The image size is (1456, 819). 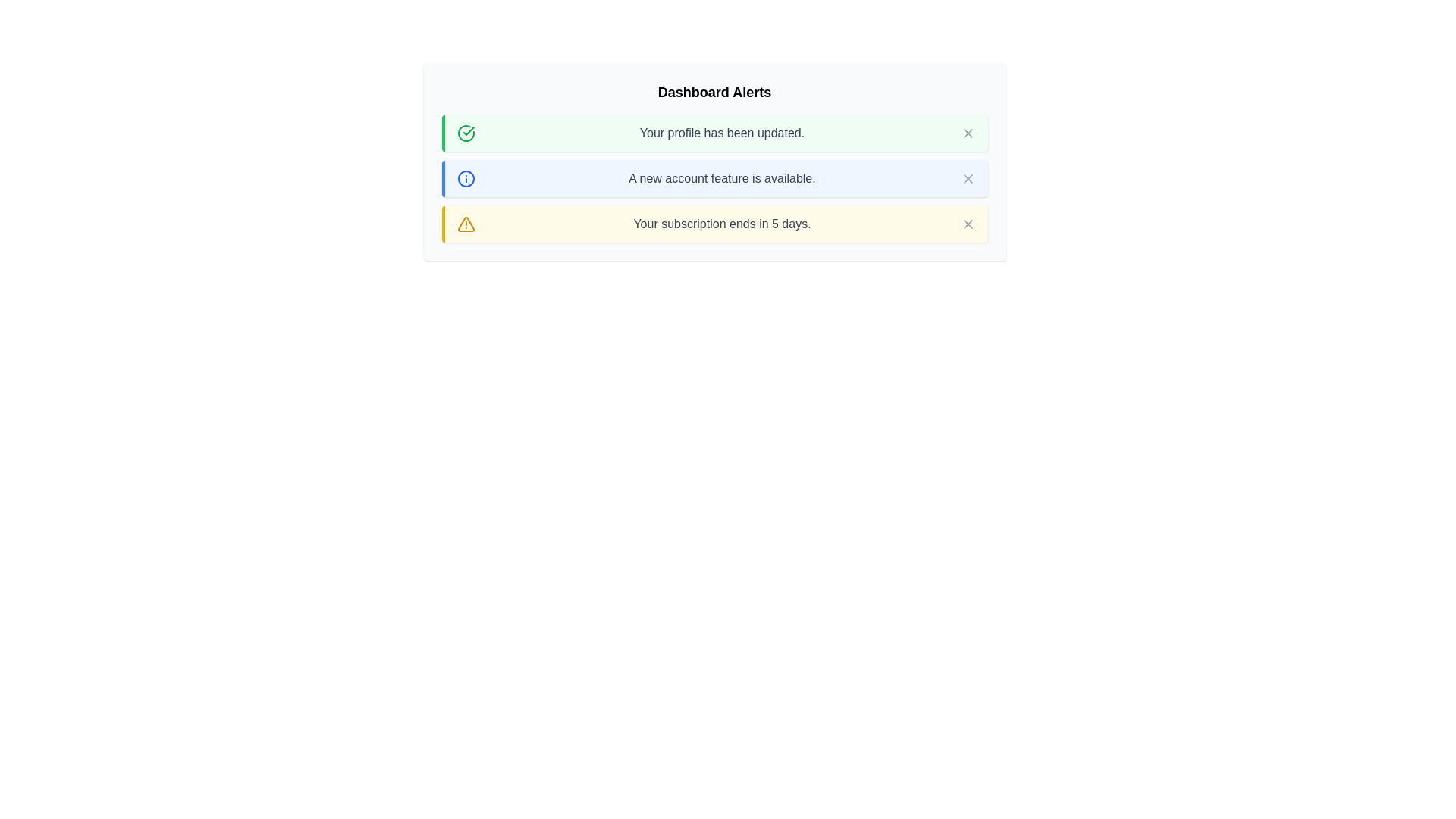 What do you see at coordinates (721, 133) in the screenshot?
I see `text label that says 'Your profile has been updated.' in the green-bordered notification box located in the Dashboard Alerts section` at bounding box center [721, 133].